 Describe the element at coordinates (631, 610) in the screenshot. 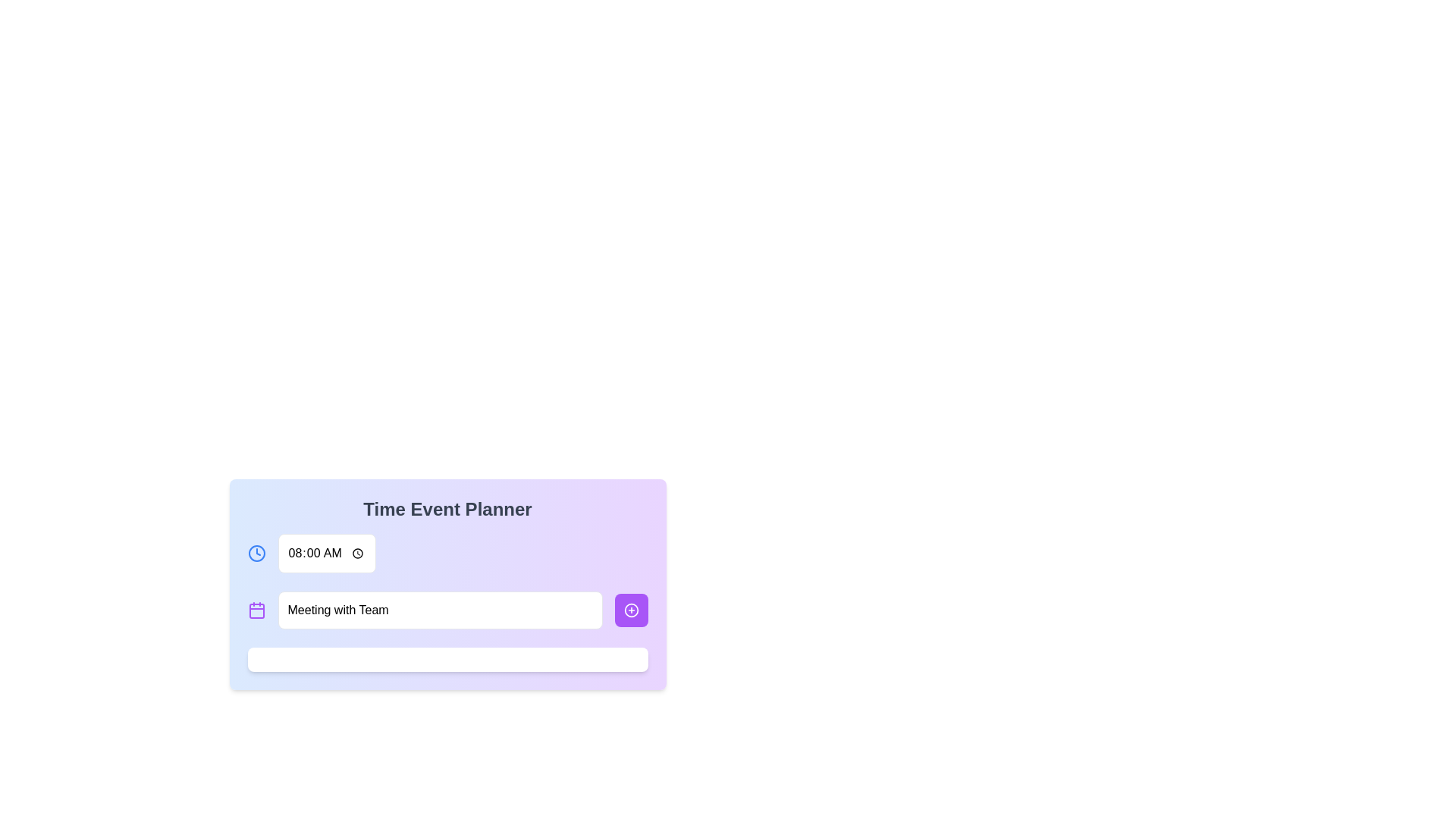

I see `the small circle element, which is part of a purple plus icon located in the bottom-right corner of the interaction card` at that location.